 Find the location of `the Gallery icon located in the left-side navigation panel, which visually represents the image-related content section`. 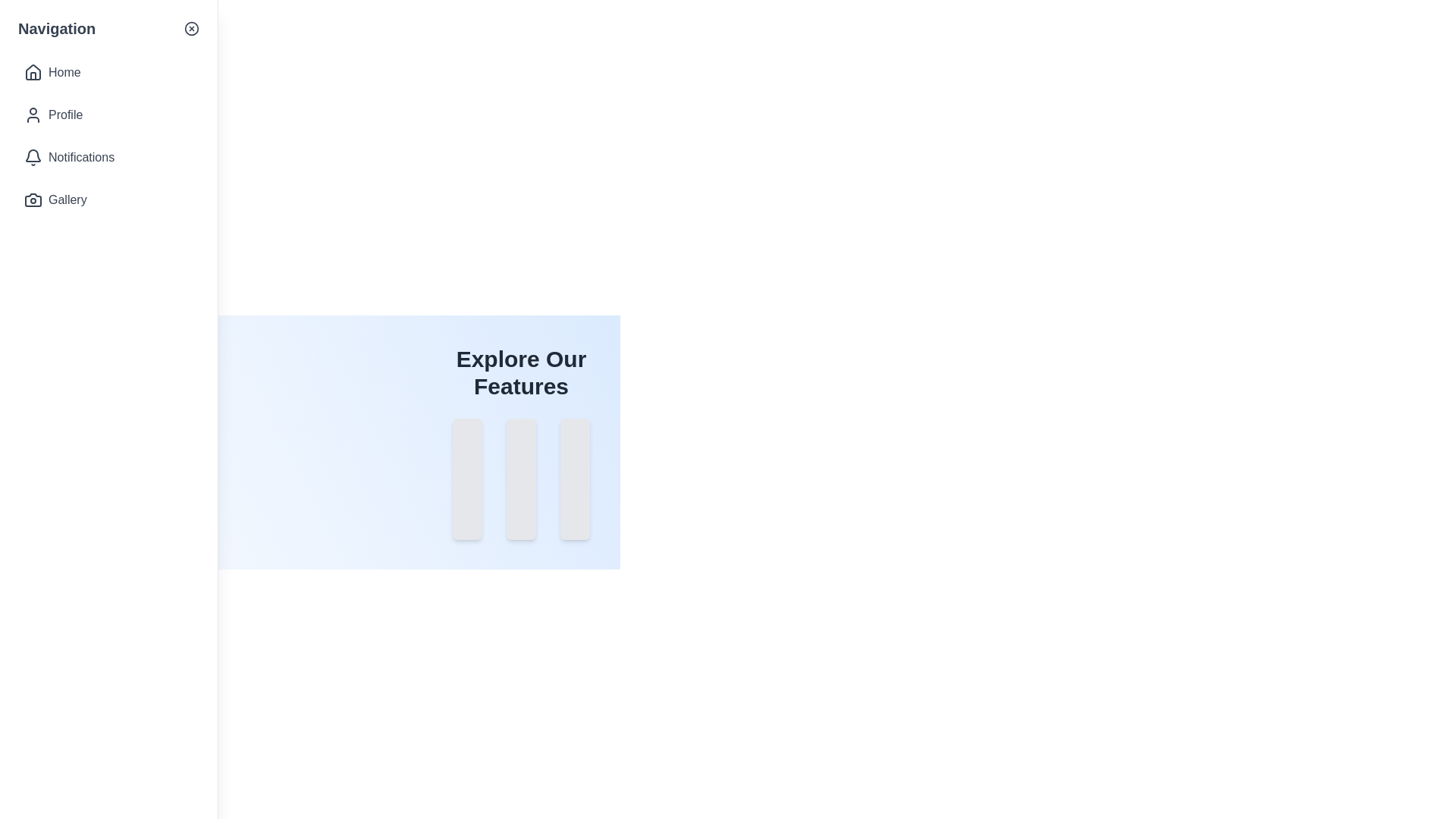

the Gallery icon located in the left-side navigation panel, which visually represents the image-related content section is located at coordinates (33, 199).